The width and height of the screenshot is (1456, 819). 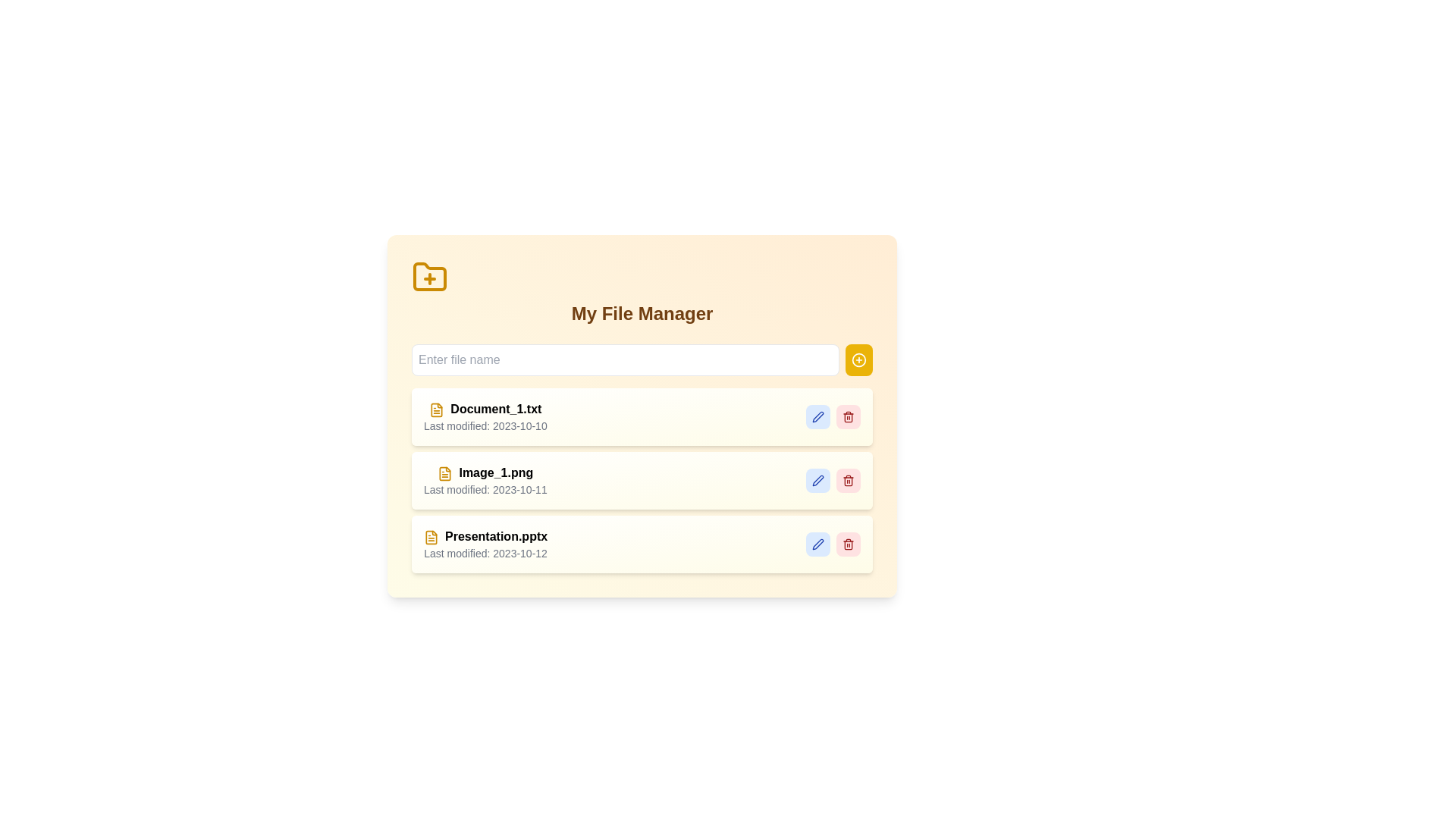 What do you see at coordinates (431, 536) in the screenshot?
I see `the bright yellow document file icon located at the beginning of the 'Presentation.pptx' row` at bounding box center [431, 536].